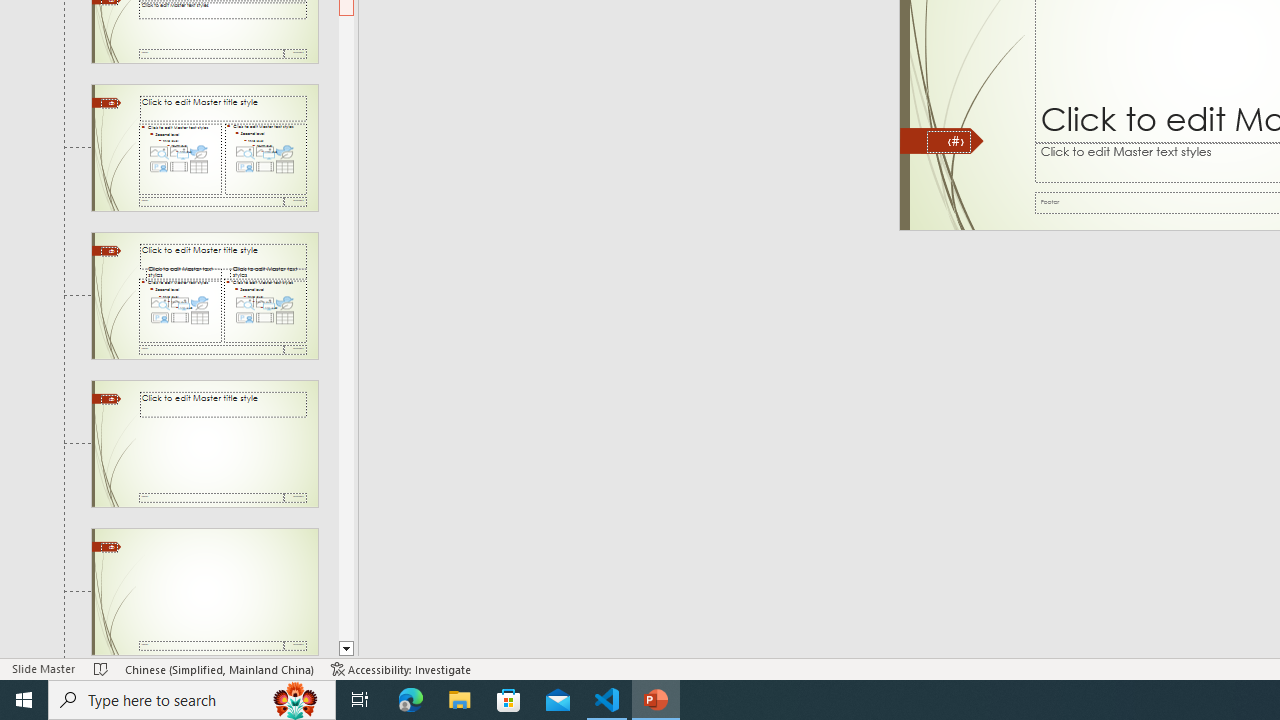  I want to click on 'Freeform 11', so click(941, 140).